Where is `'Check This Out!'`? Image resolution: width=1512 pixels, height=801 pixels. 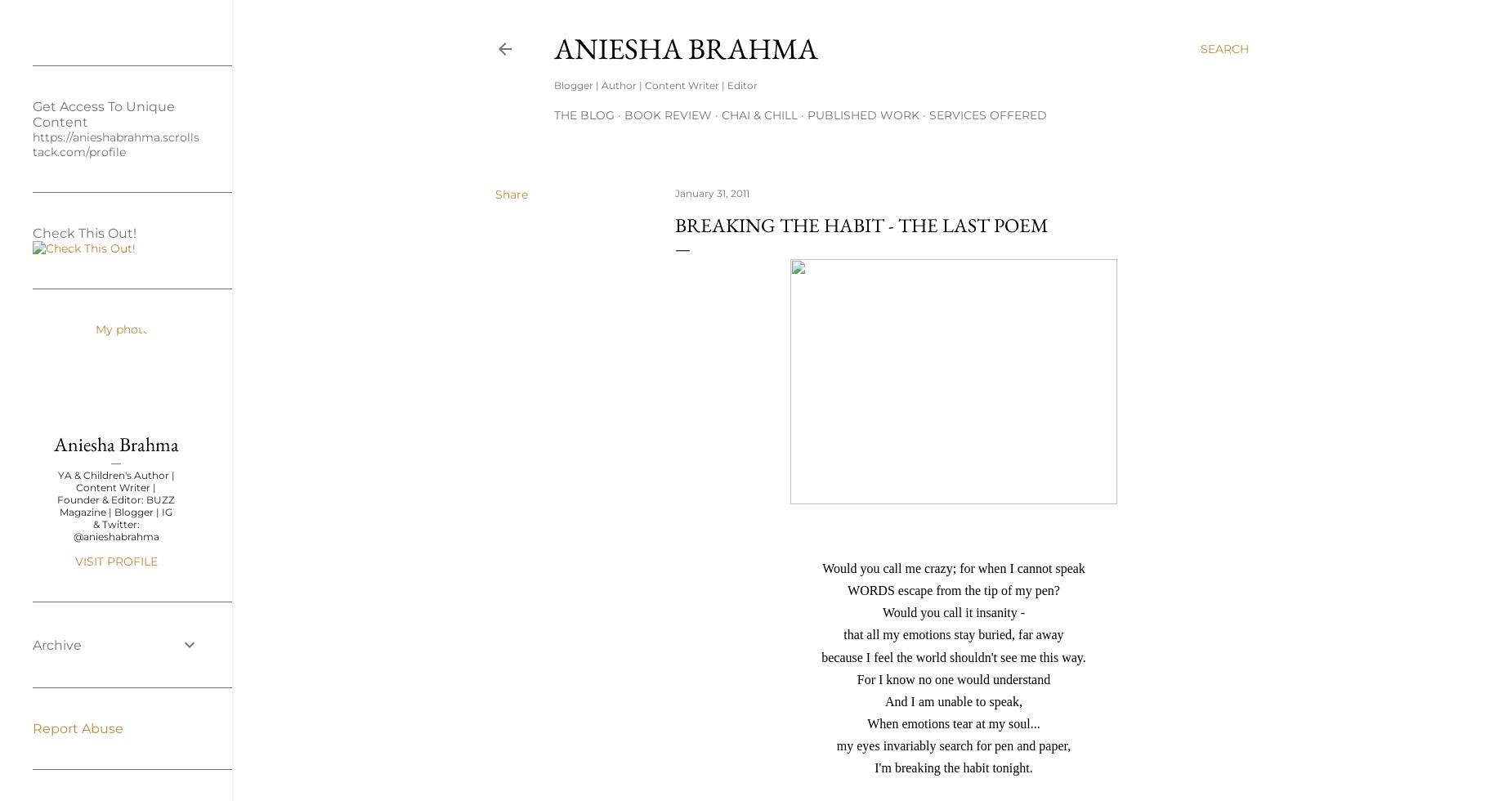 'Check This Out!' is located at coordinates (83, 233).